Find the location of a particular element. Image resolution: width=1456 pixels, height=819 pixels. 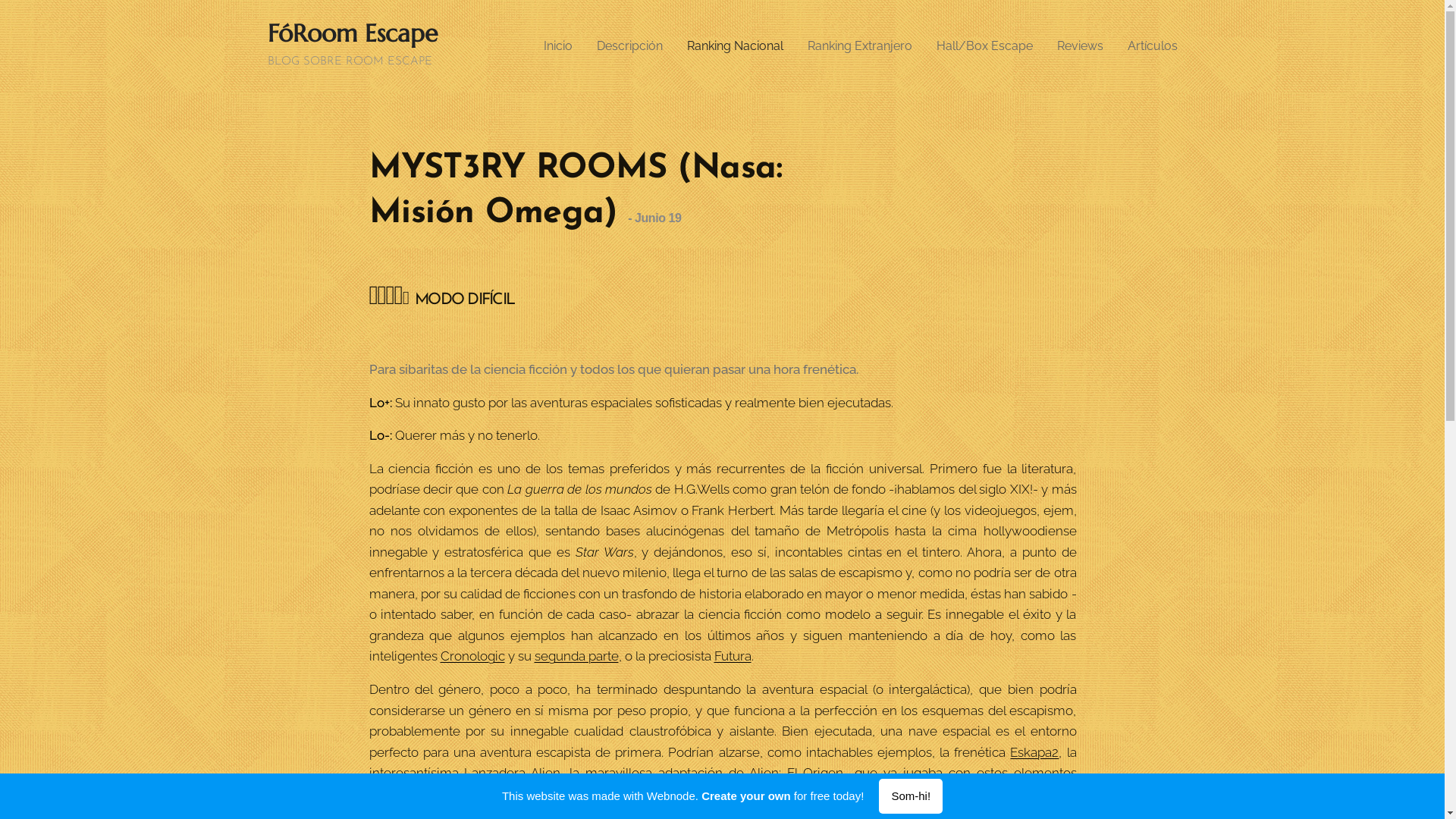

'Alien: El Origen' is located at coordinates (795, 772).